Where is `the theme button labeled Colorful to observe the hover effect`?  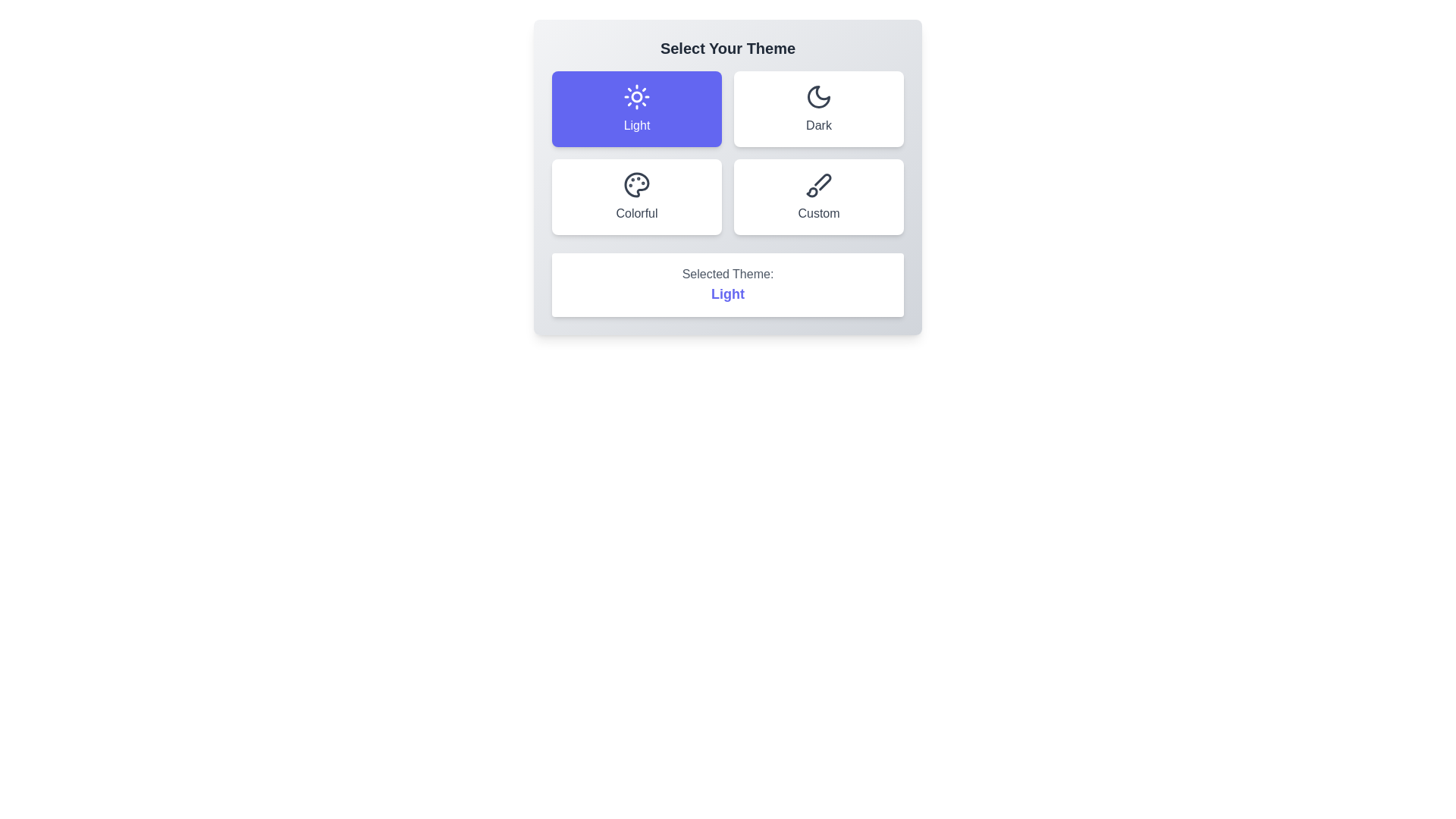 the theme button labeled Colorful to observe the hover effect is located at coordinates (637, 196).